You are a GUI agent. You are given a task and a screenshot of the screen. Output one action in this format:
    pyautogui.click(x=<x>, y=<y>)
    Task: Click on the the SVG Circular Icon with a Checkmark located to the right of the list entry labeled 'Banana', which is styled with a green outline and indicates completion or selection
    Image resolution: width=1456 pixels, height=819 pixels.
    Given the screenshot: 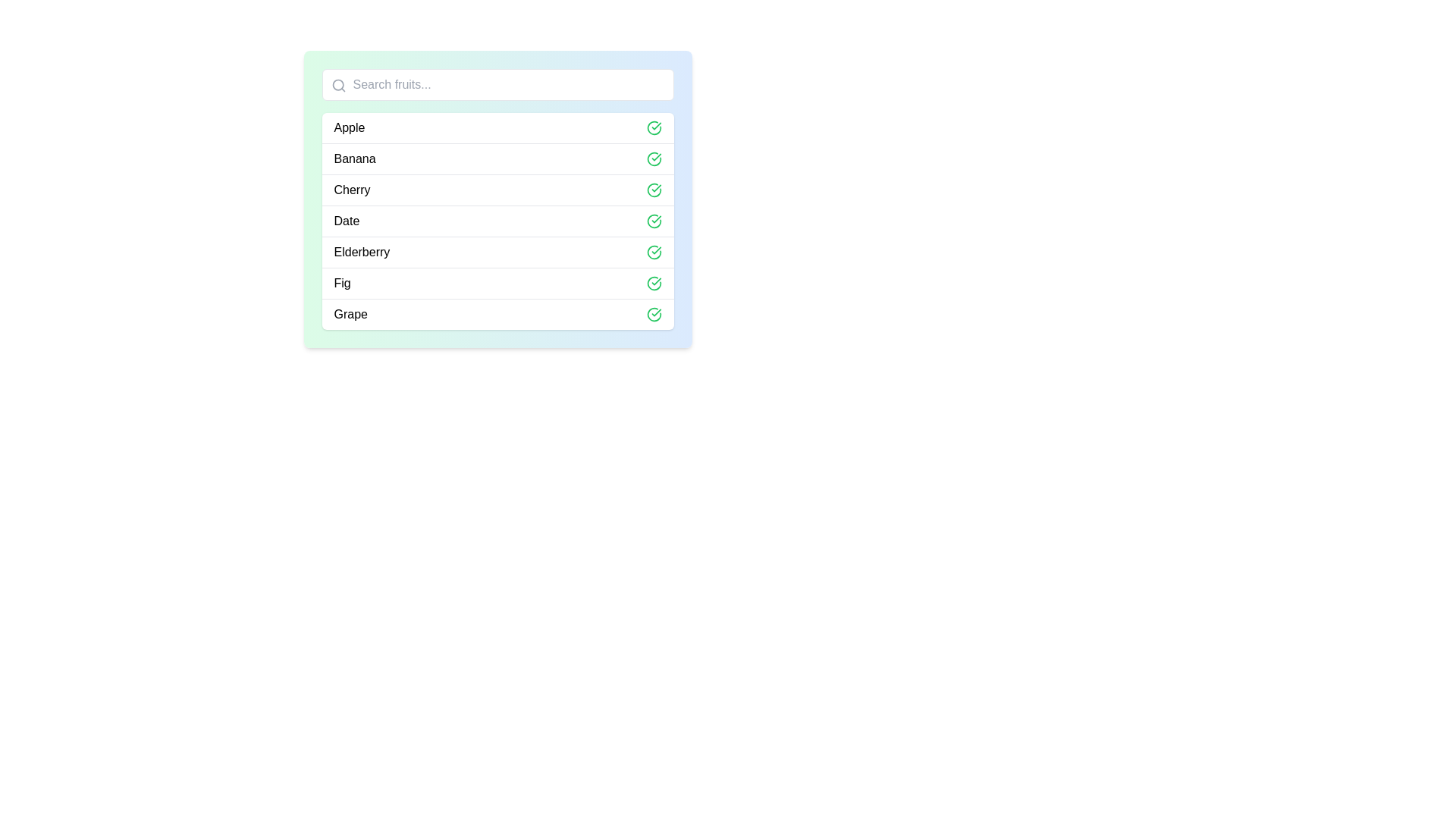 What is the action you would take?
    pyautogui.click(x=654, y=158)
    